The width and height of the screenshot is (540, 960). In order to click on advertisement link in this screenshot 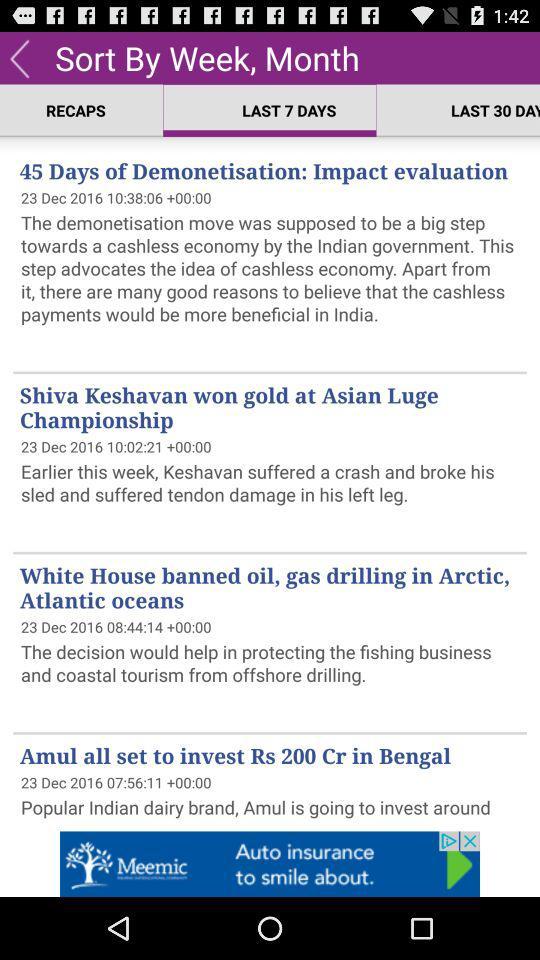, I will do `click(270, 863)`.